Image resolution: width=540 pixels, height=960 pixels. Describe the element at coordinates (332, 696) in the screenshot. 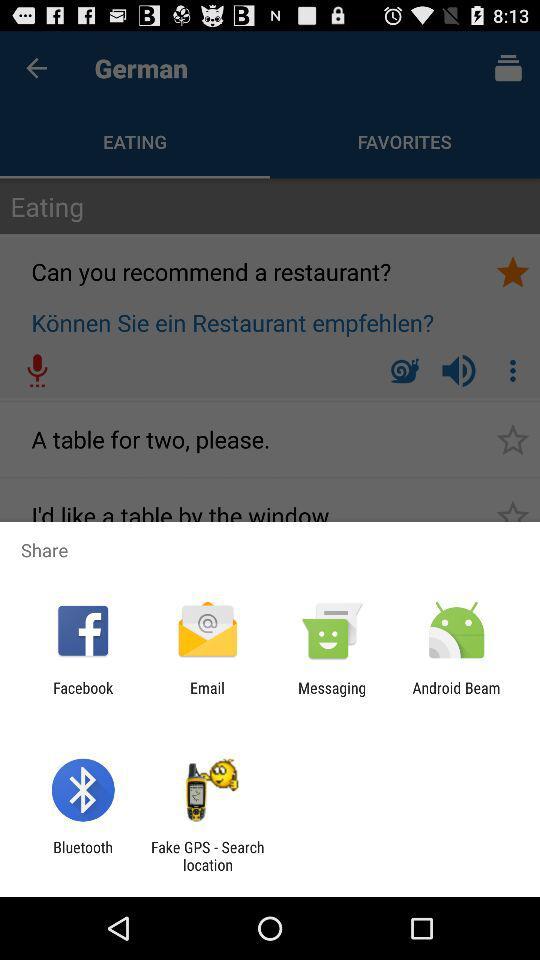

I see `messaging item` at that location.